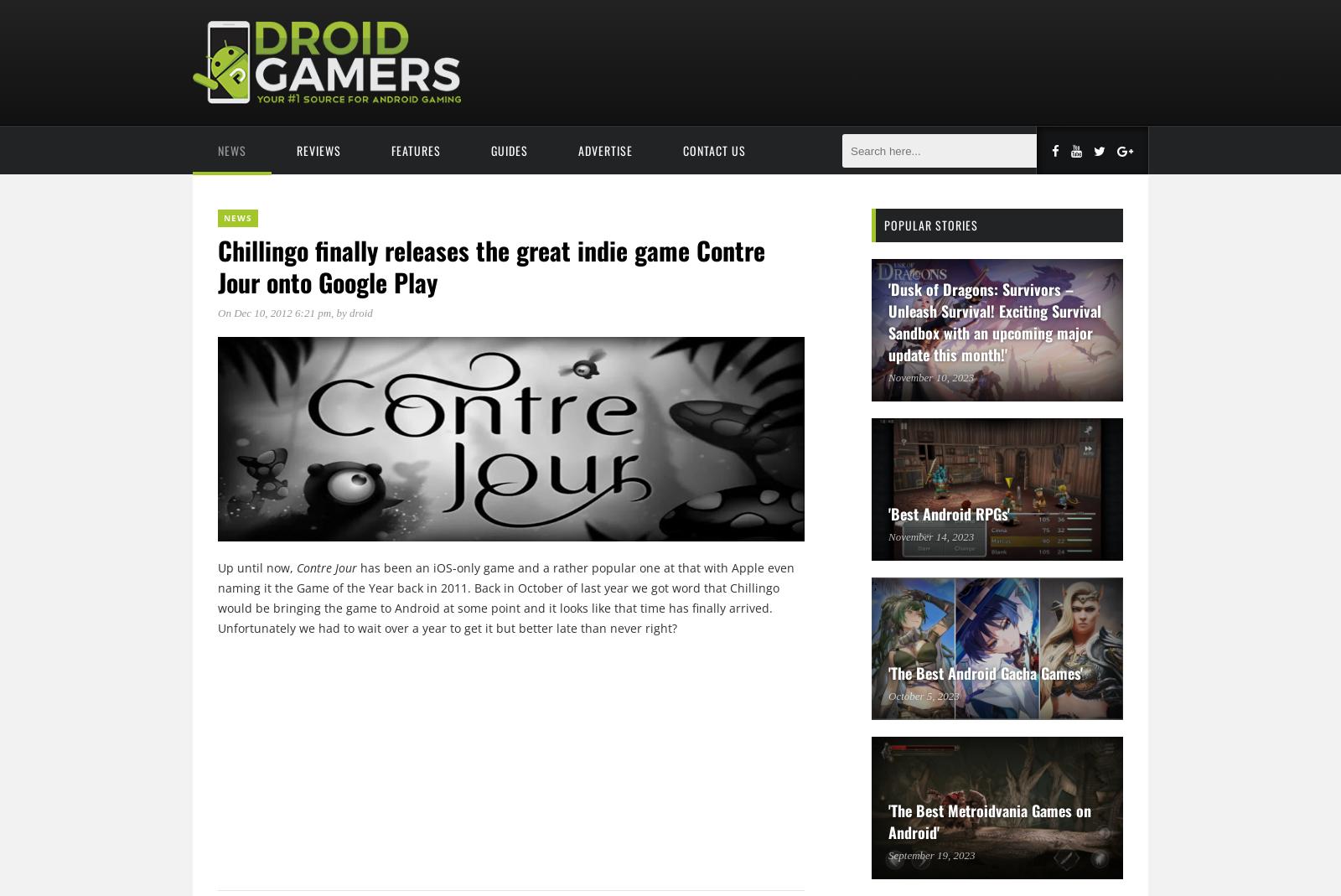  Describe the element at coordinates (986, 673) in the screenshot. I see `''The Best Android Gacha Games''` at that location.